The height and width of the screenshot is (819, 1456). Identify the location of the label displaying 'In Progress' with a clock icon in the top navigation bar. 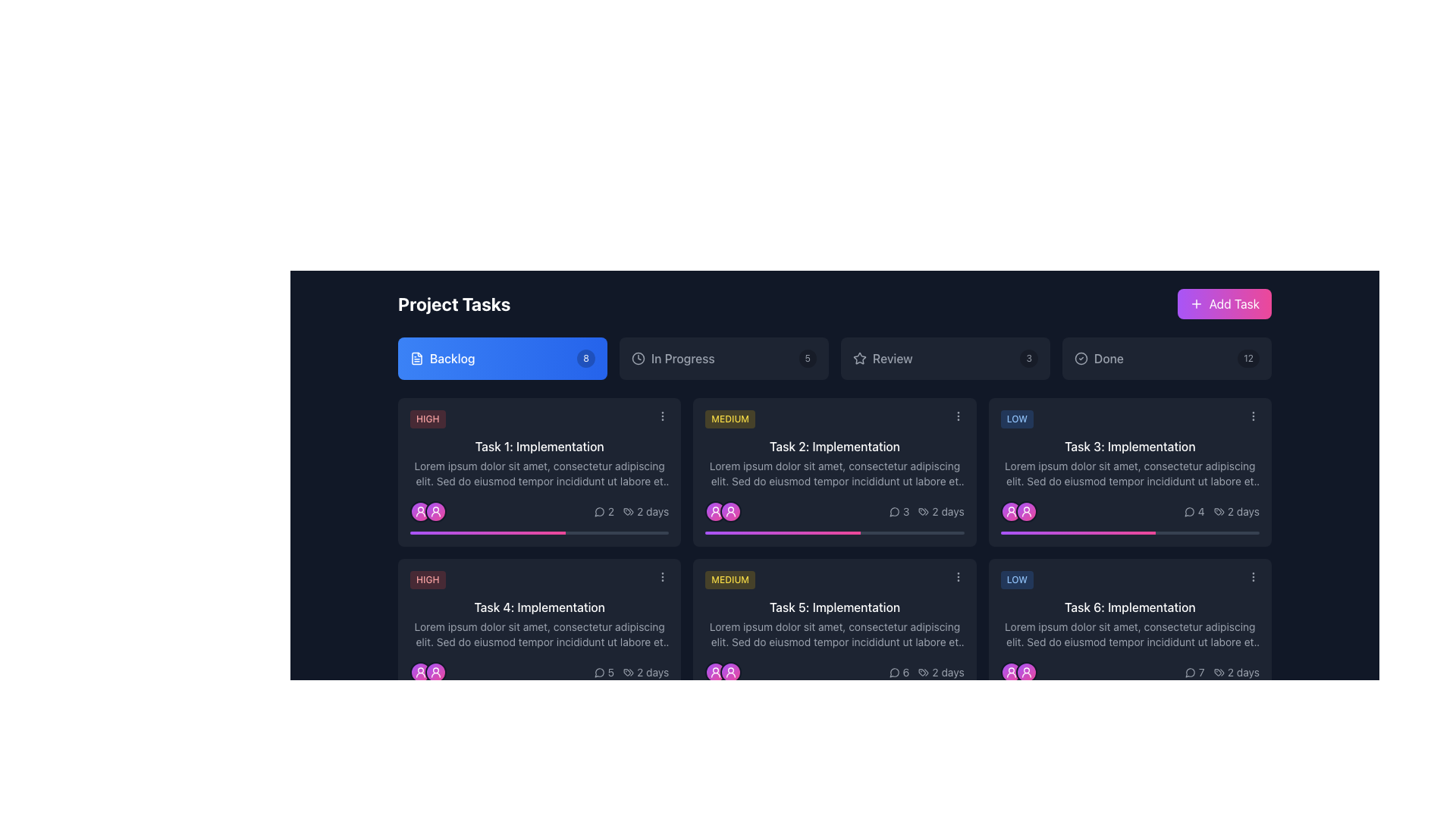
(672, 359).